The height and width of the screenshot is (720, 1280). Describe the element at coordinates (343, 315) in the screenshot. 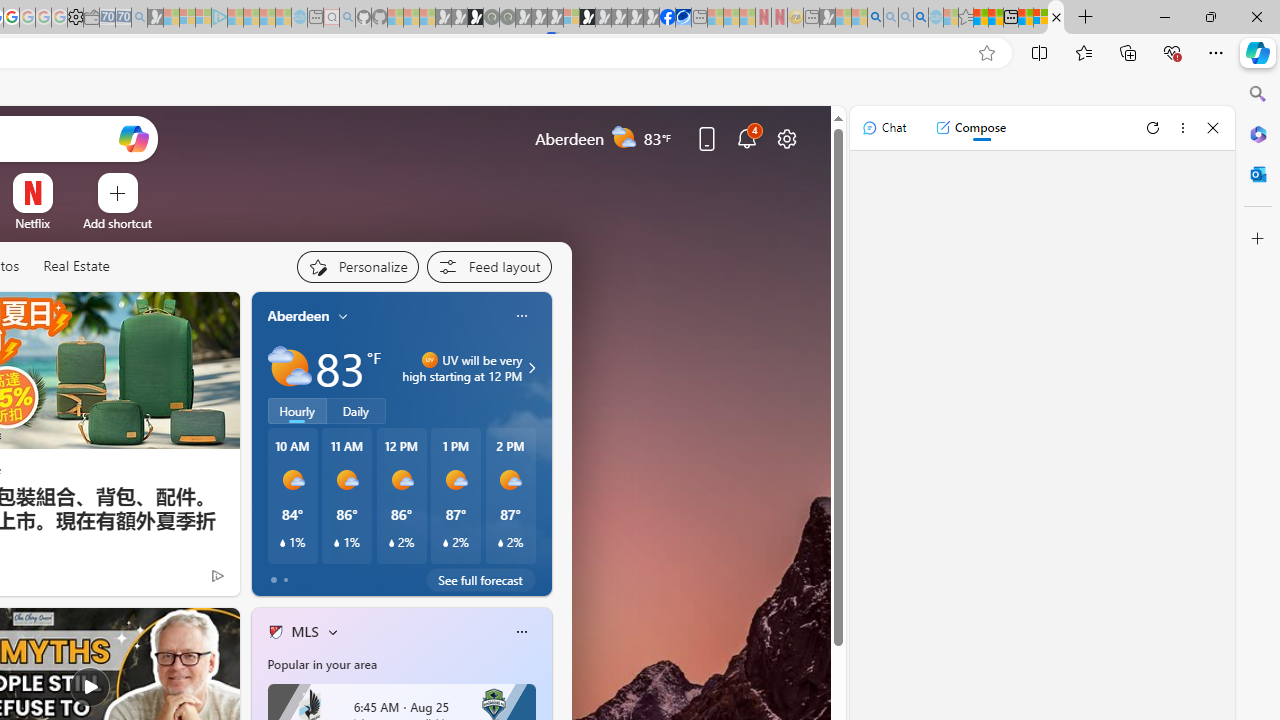

I see `'My location'` at that location.